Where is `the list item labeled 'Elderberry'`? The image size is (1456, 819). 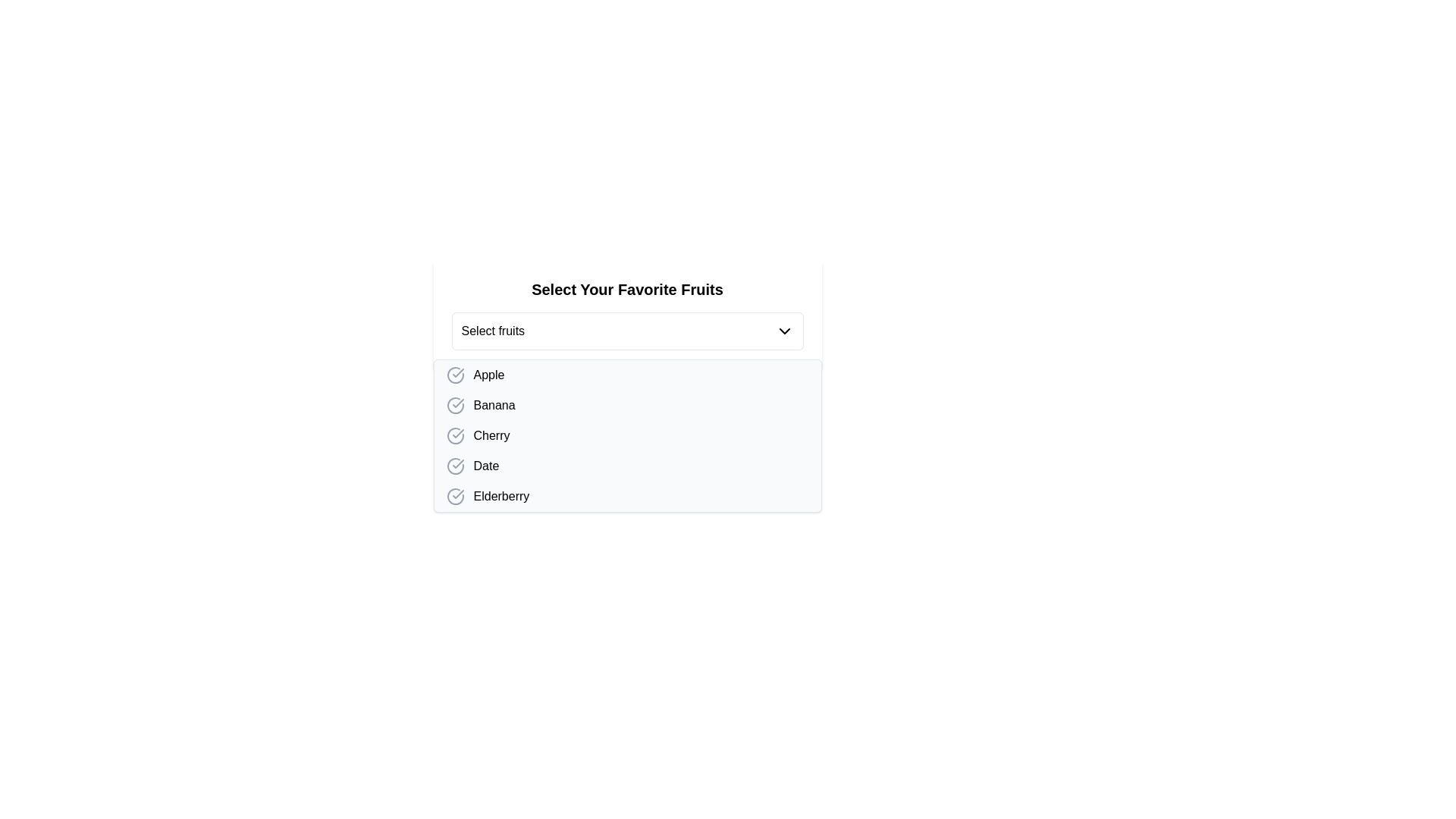
the list item labeled 'Elderberry' is located at coordinates (627, 497).